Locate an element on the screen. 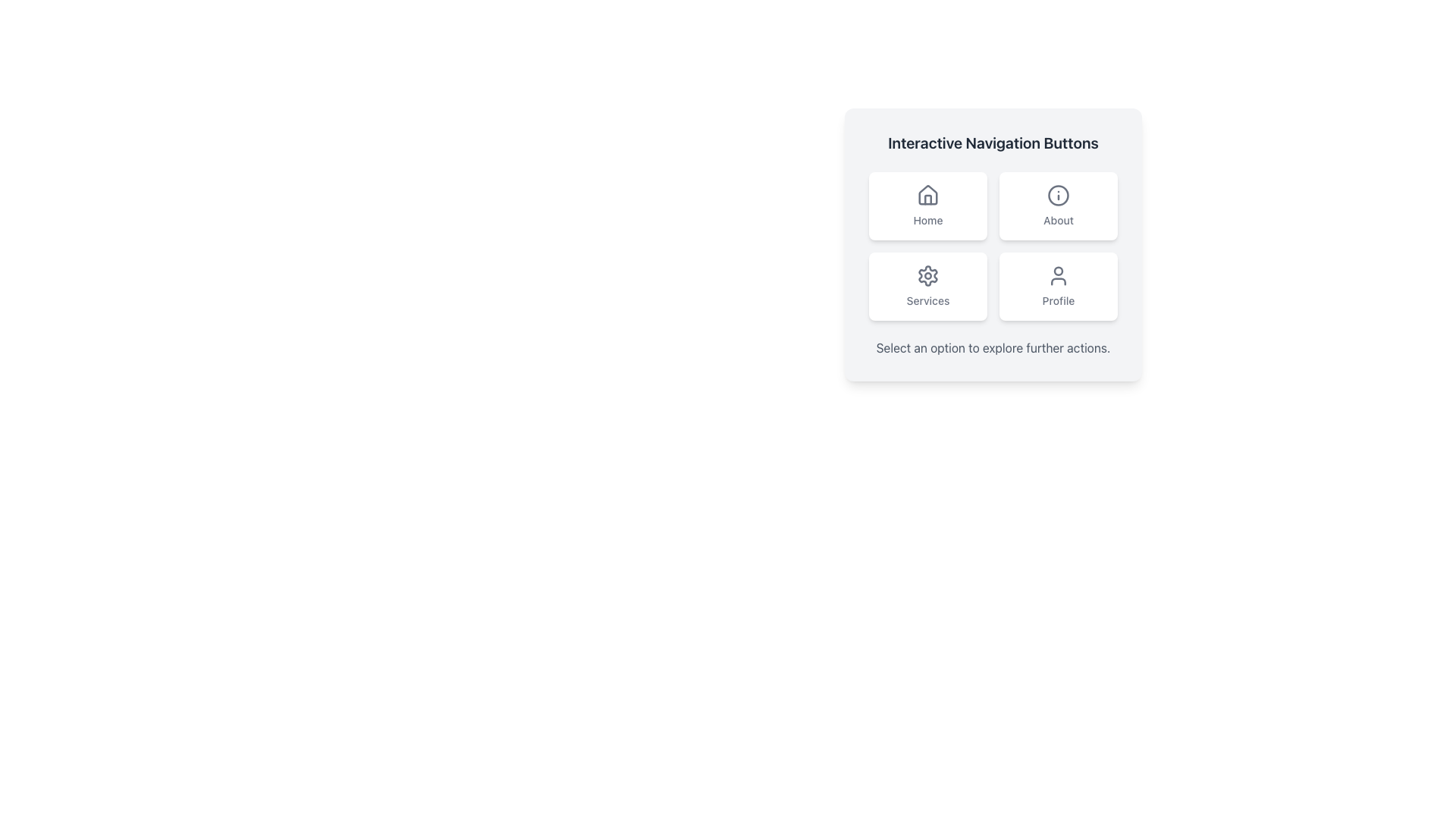 The image size is (1456, 819). the rectangular button with a white background, rounded corners, containing a user icon and the text label 'Profile' is located at coordinates (1058, 287).